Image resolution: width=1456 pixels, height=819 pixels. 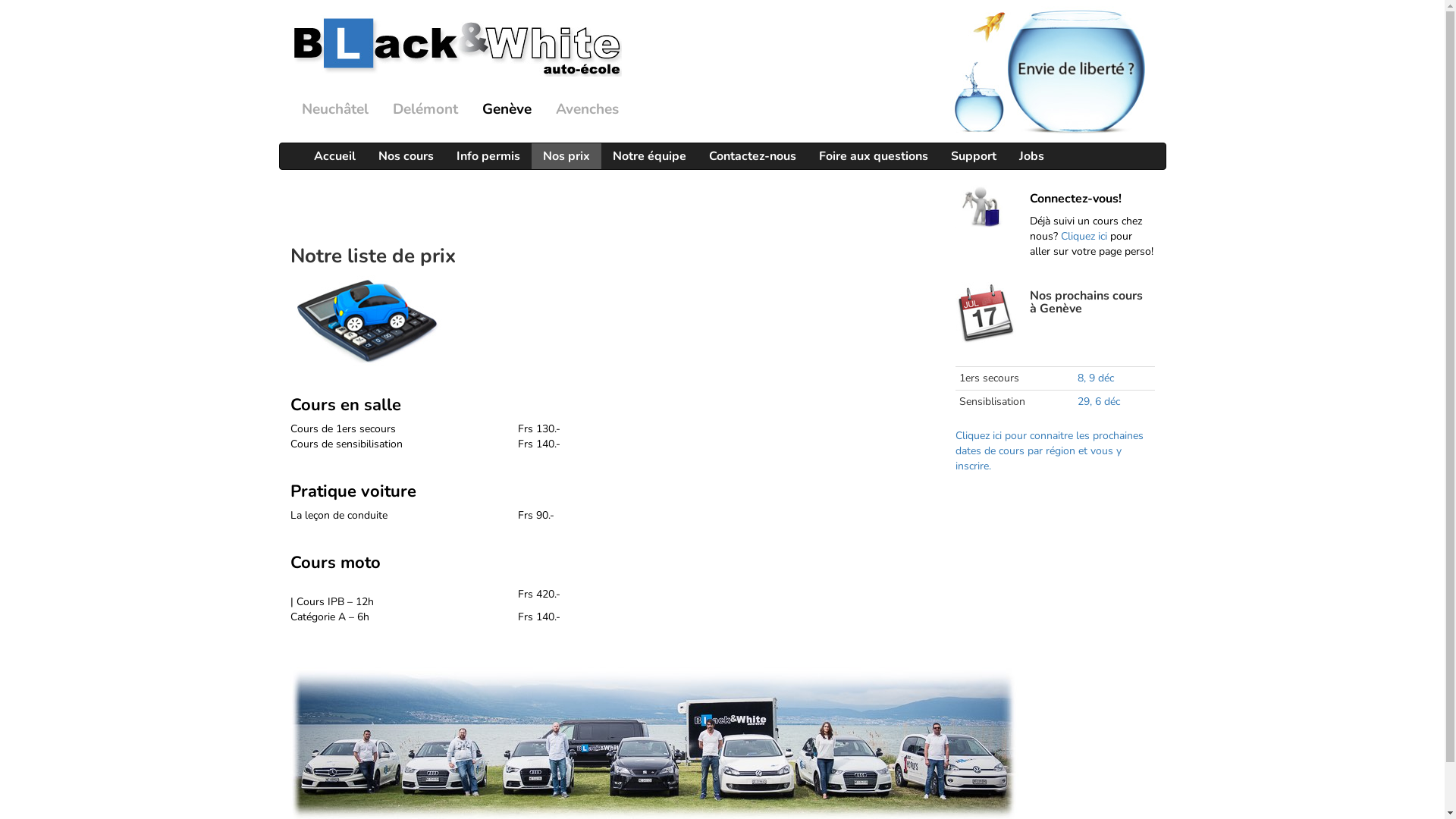 I want to click on 'Foire aux questions', so click(x=873, y=155).